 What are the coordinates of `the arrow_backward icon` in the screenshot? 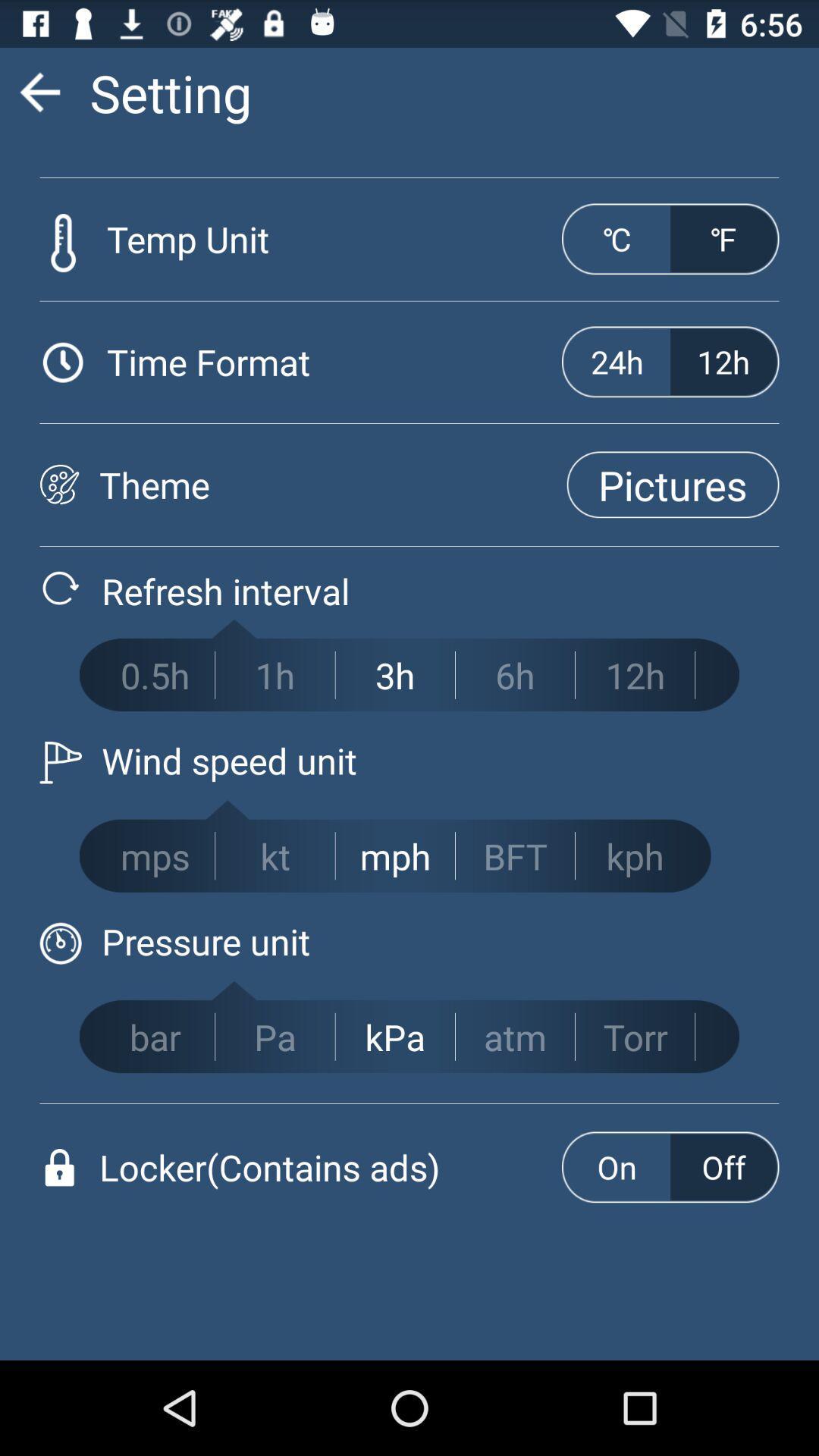 It's located at (39, 98).